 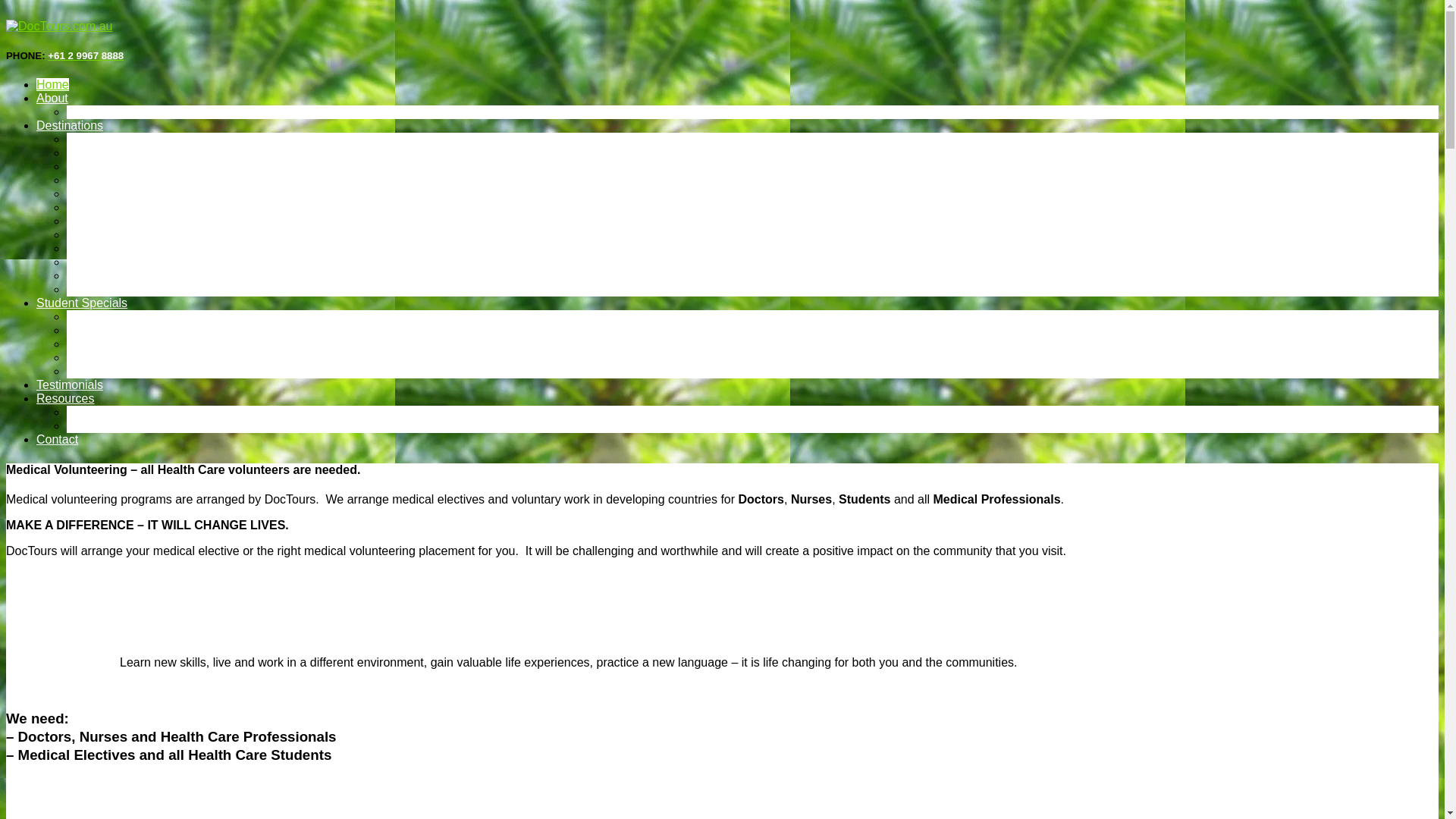 What do you see at coordinates (93, 139) in the screenshot?
I see `'Cambodia'` at bounding box center [93, 139].